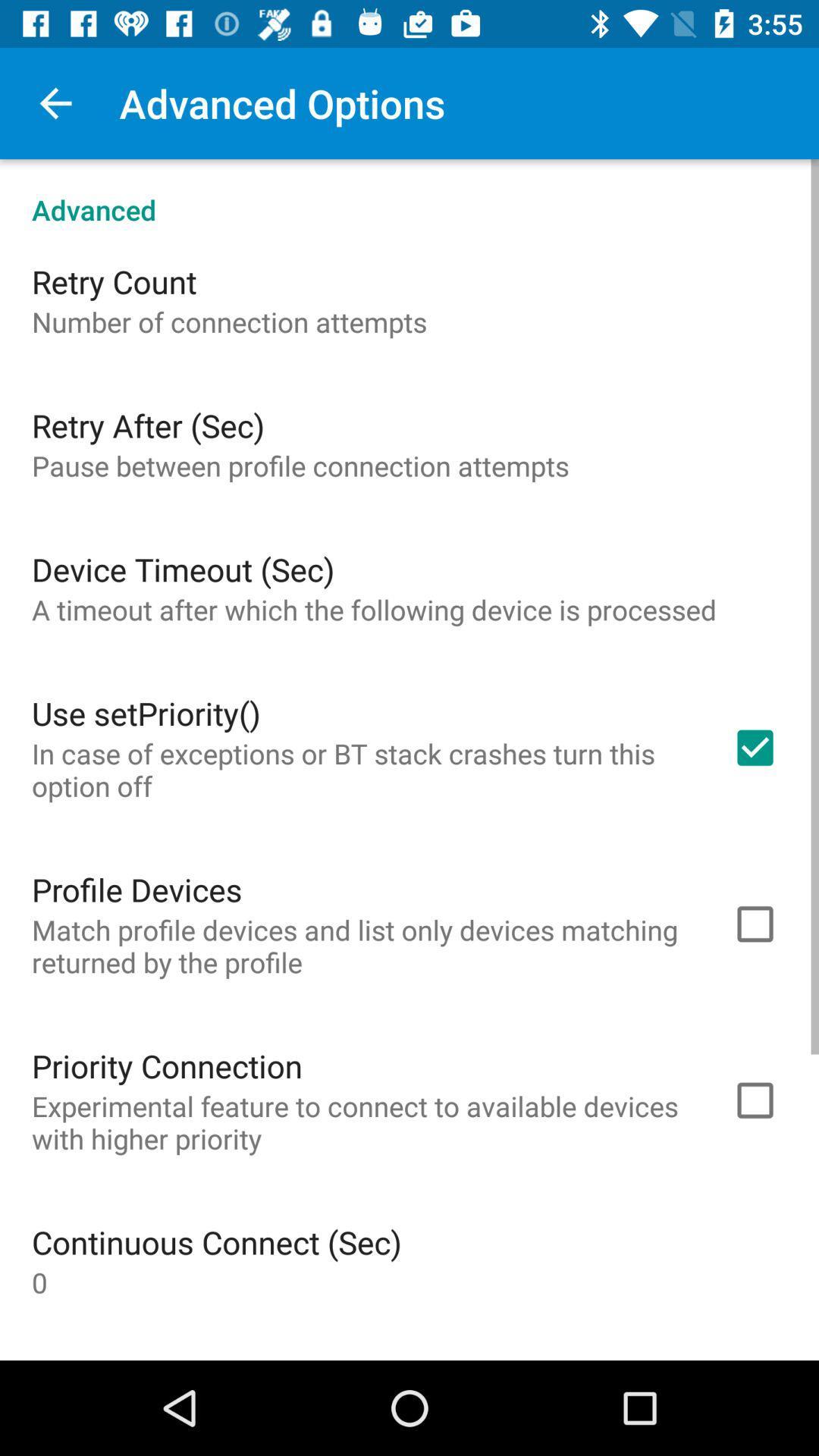 The image size is (819, 1456). I want to click on icon to the left of the advanced options app, so click(55, 102).